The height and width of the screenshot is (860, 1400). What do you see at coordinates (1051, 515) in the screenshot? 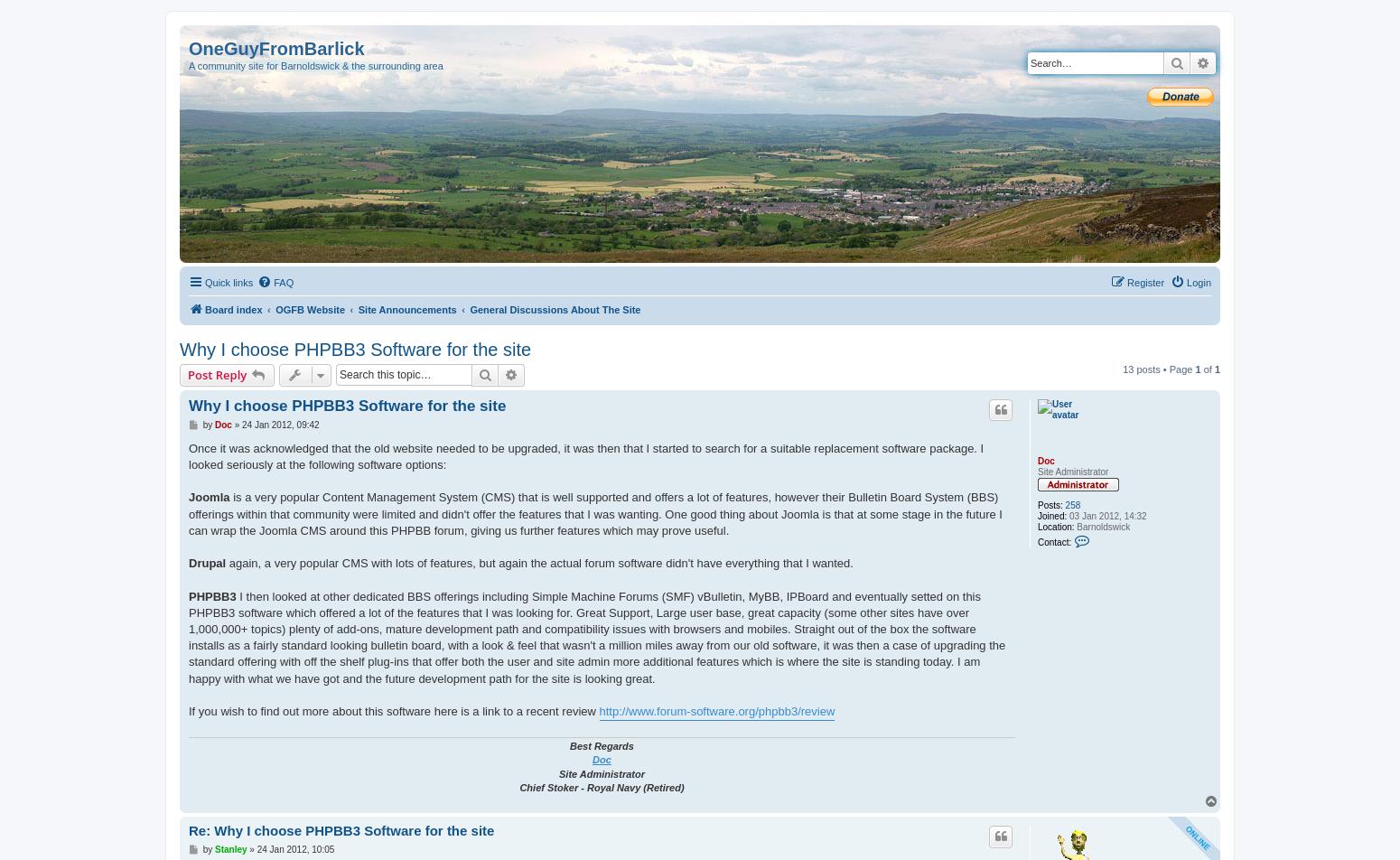
I see `'Joined:'` at bounding box center [1051, 515].